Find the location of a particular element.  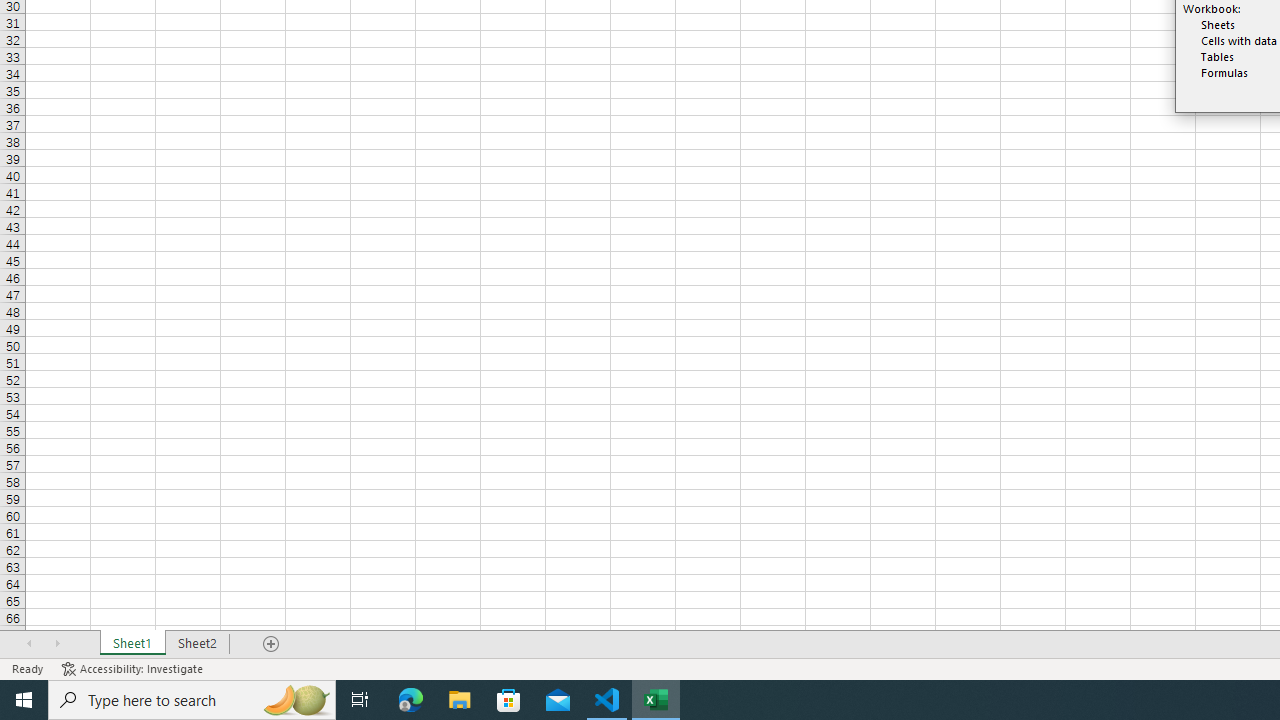

'Excel - 1 running window' is located at coordinates (656, 698).